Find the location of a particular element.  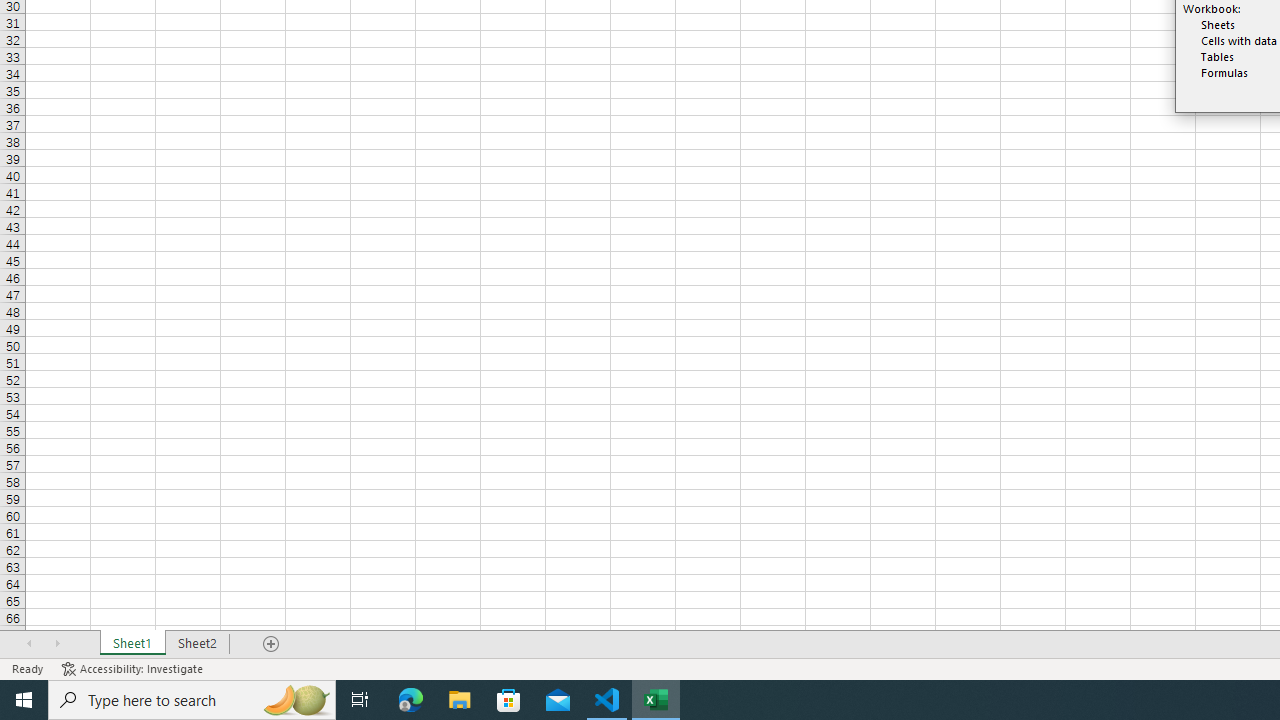

'Excel - 1 running window' is located at coordinates (656, 698).